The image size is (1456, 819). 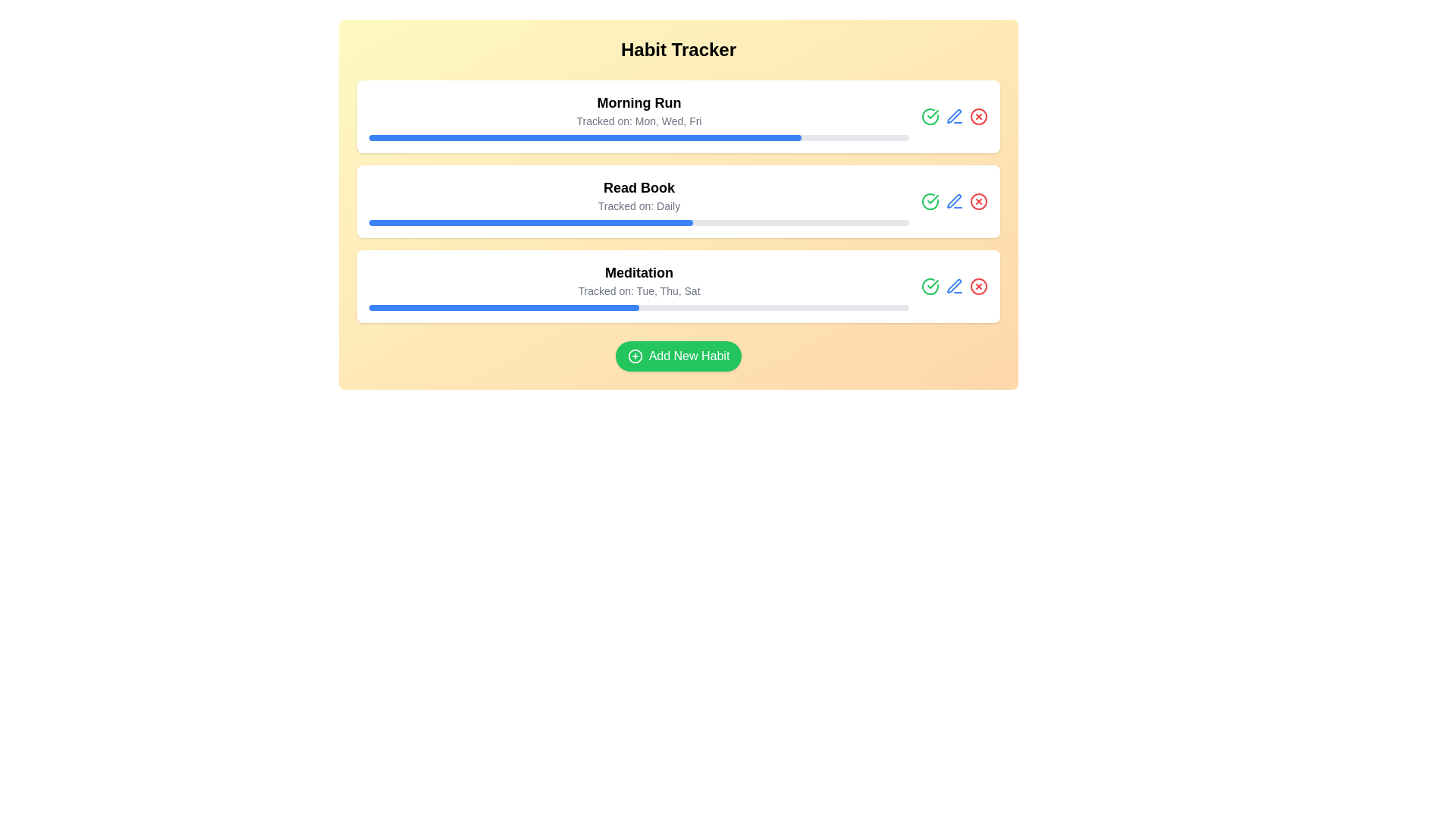 I want to click on the progress bar, so click(x=391, y=222).